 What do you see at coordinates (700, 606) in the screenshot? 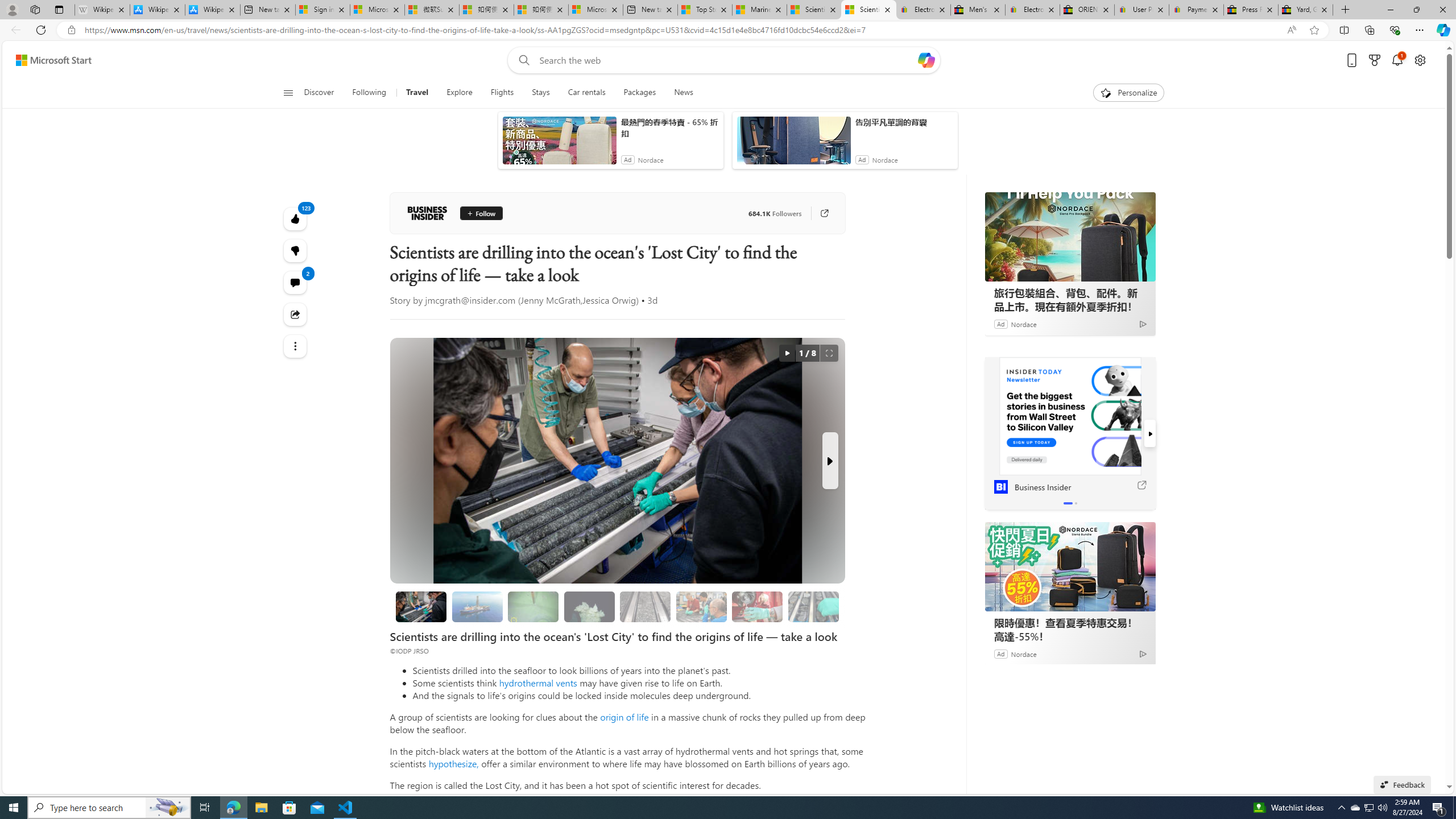
I see `'Looking for evidence of oxygen-free life'` at bounding box center [700, 606].